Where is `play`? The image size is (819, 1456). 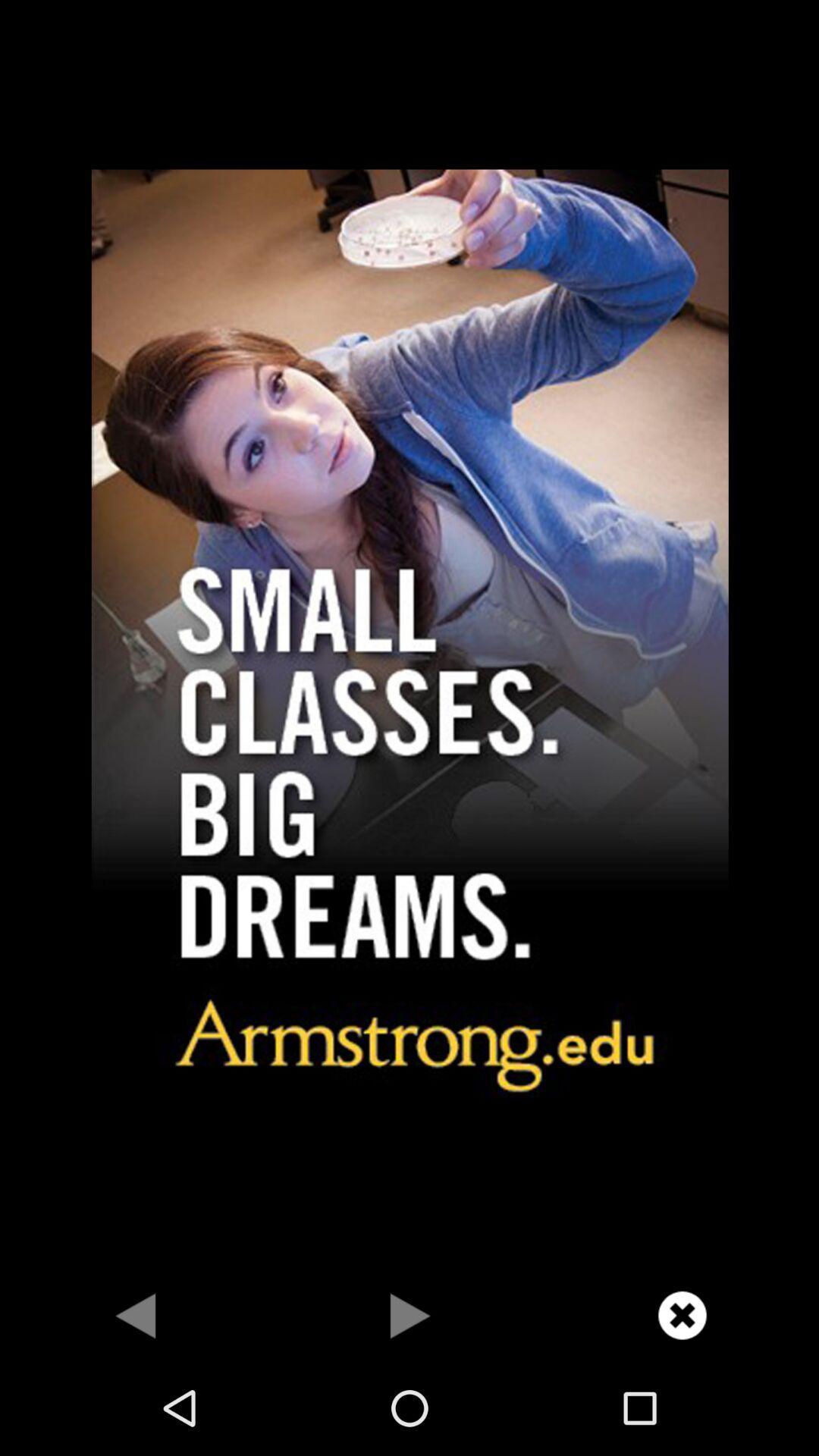
play is located at coordinates (409, 1314).